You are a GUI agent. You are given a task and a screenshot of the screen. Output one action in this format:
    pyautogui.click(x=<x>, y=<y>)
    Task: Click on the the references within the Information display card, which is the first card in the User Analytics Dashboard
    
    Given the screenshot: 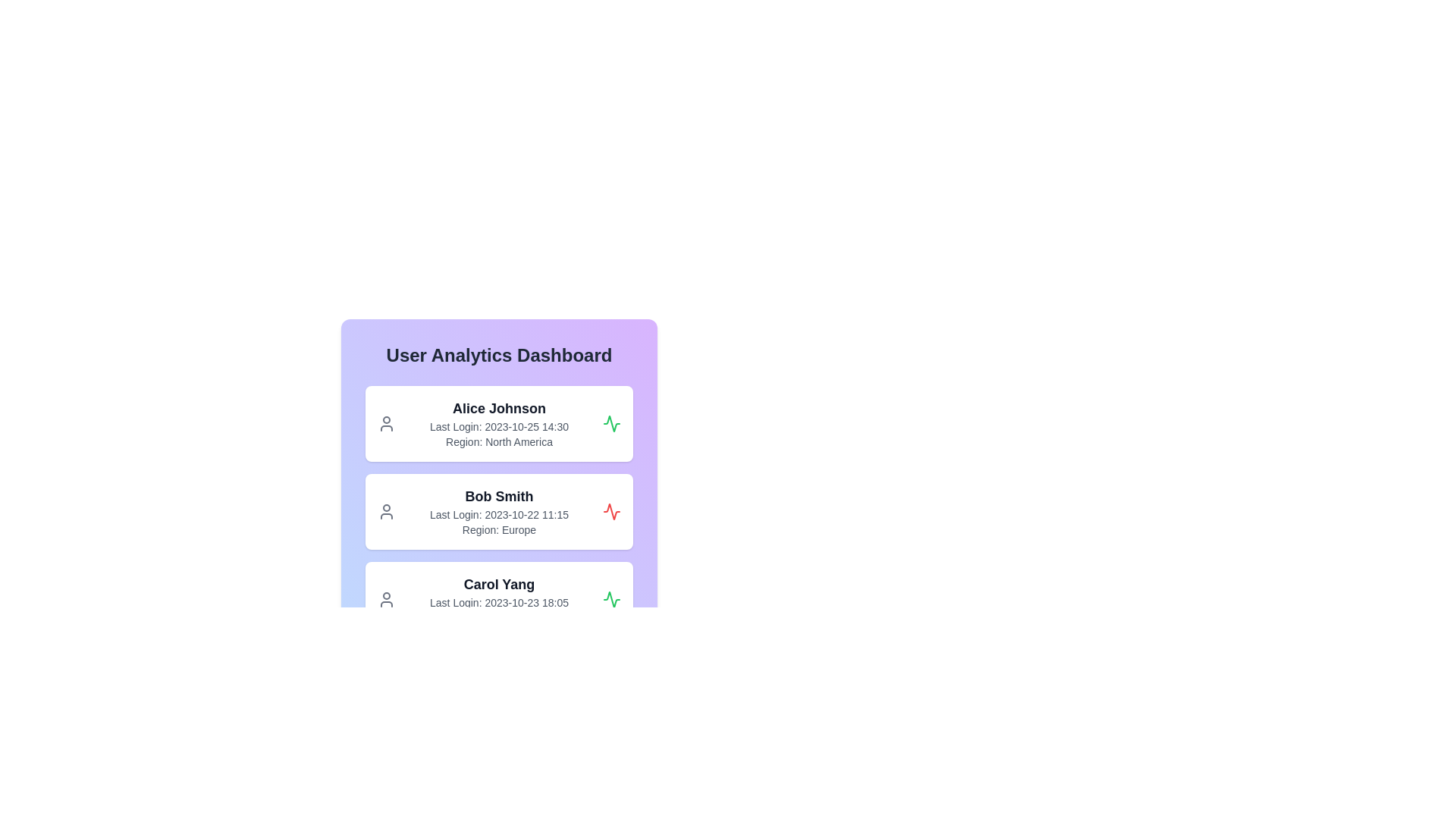 What is the action you would take?
    pyautogui.click(x=499, y=453)
    